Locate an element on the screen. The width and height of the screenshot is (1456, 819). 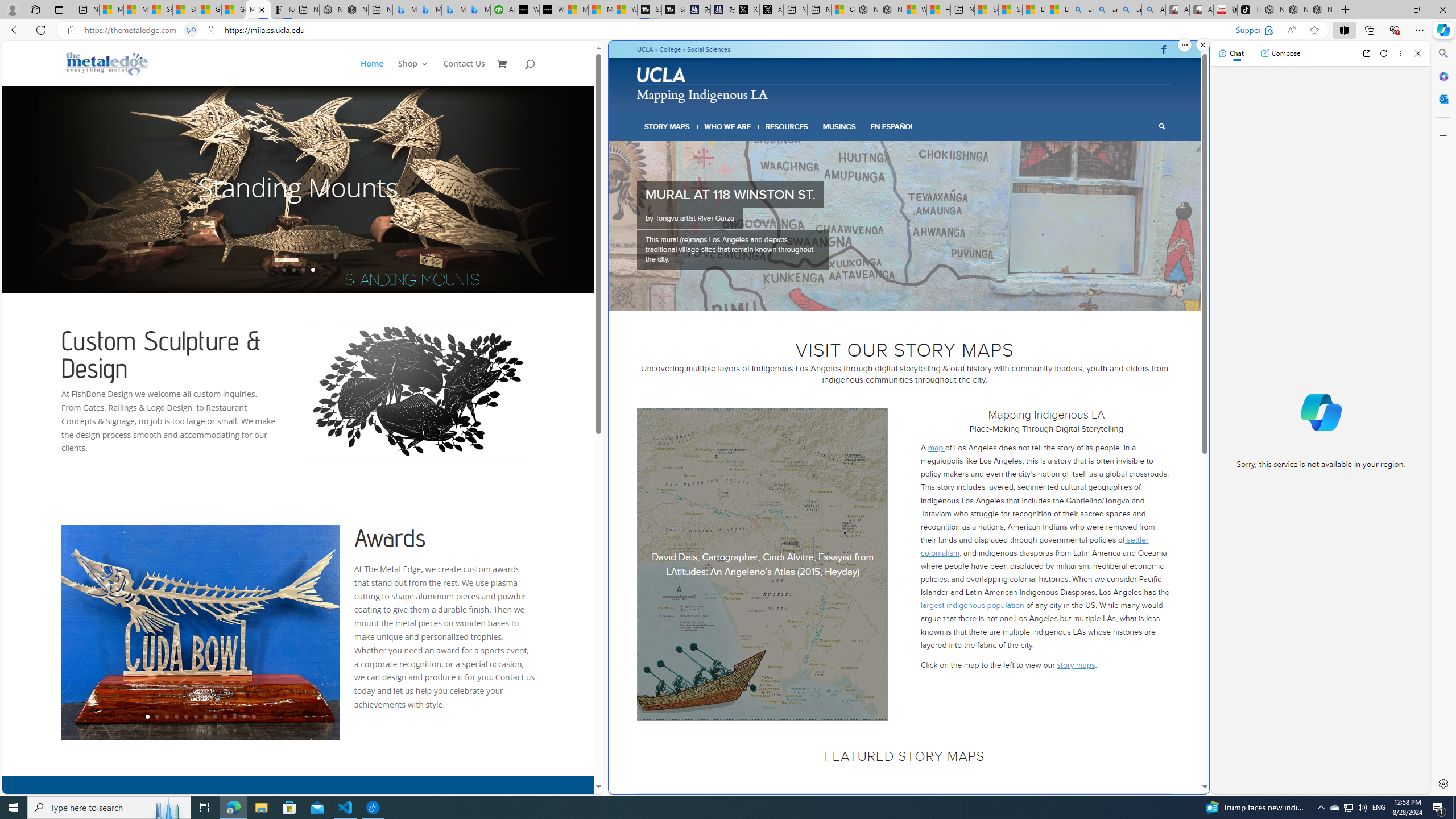
'story maps' is located at coordinates (1076, 664).